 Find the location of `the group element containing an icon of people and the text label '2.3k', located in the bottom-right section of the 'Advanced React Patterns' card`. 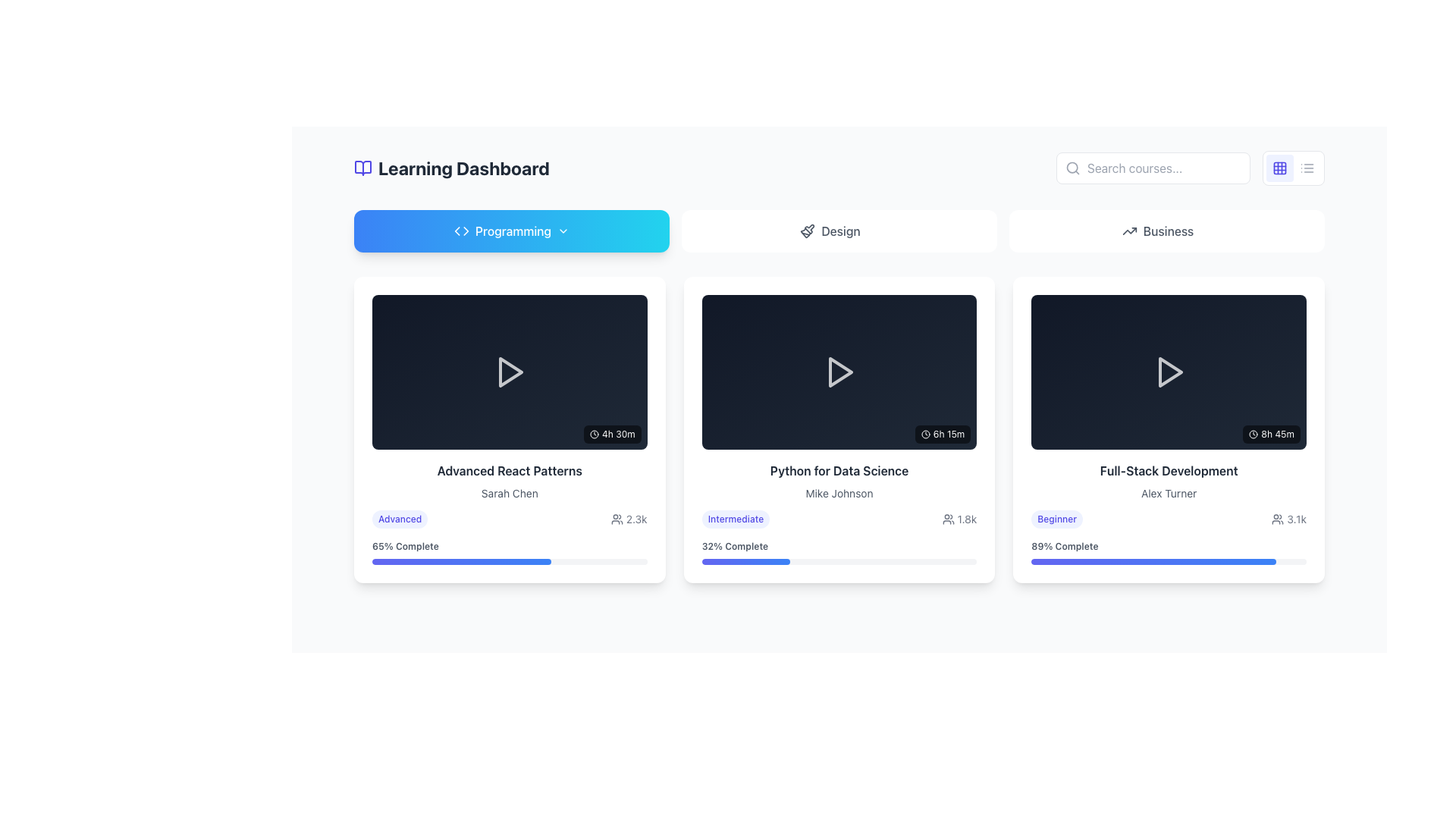

the group element containing an icon of people and the text label '2.3k', located in the bottom-right section of the 'Advanced React Patterns' card is located at coordinates (629, 518).